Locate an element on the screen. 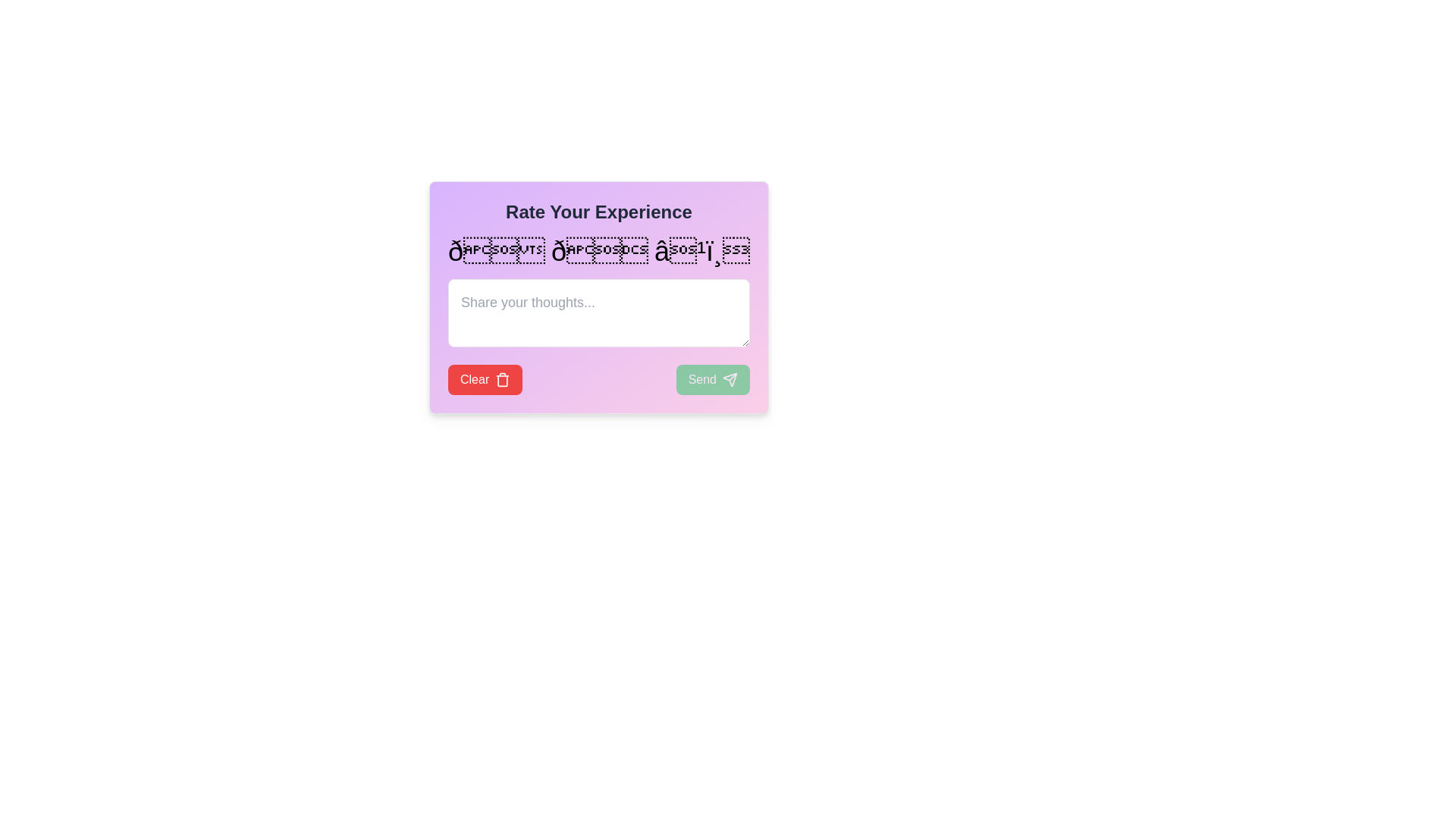 This screenshot has height=819, width=1456. the Text Header that indicates the purpose of the section for rating an experience, positioned at the top center of a gradient-colored card with rounded corners is located at coordinates (598, 212).